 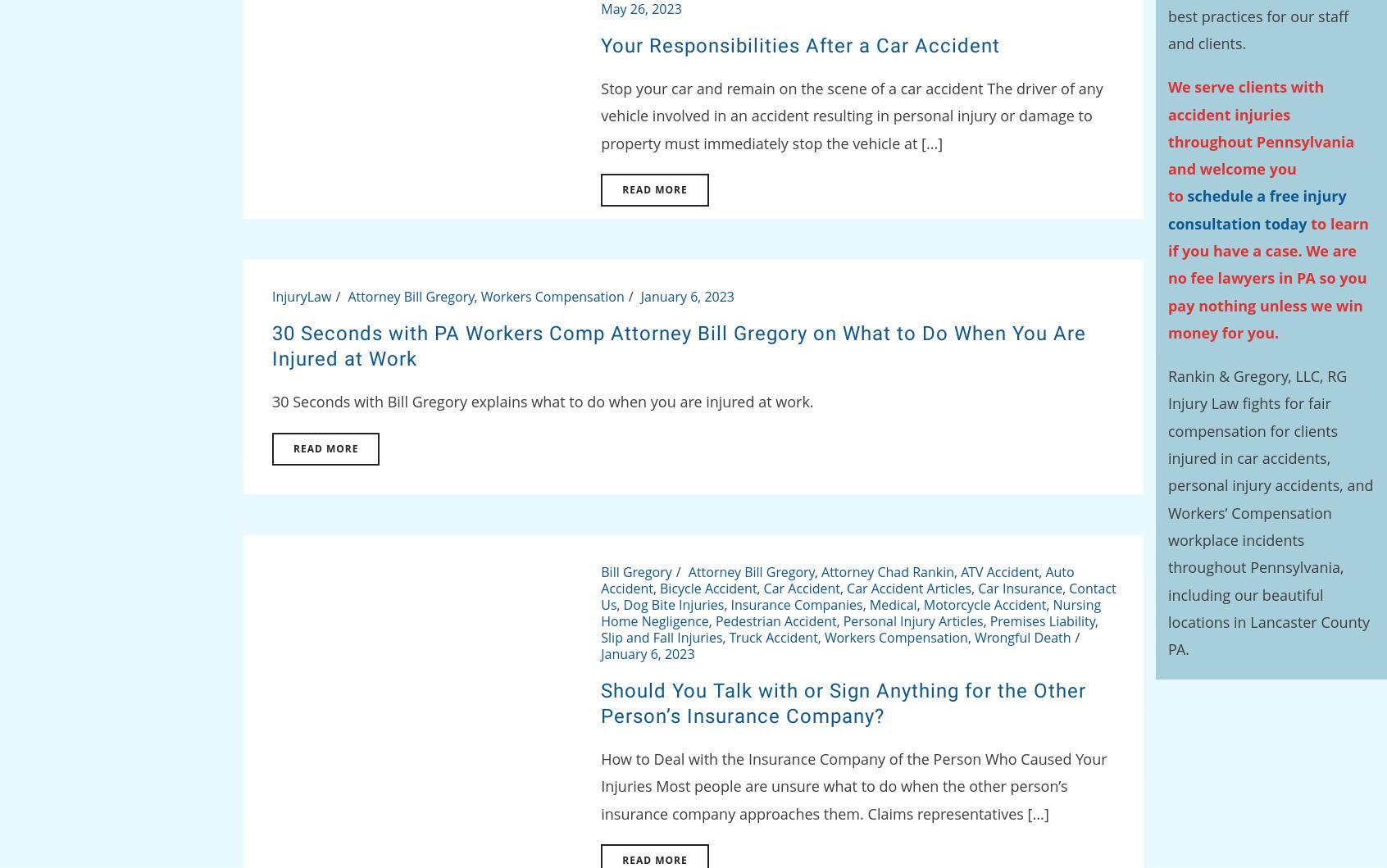 What do you see at coordinates (1267, 276) in the screenshot?
I see `'to learn if you have a case. We are no fee lawyers in PA so you pay nothing unless we win money for you.'` at bounding box center [1267, 276].